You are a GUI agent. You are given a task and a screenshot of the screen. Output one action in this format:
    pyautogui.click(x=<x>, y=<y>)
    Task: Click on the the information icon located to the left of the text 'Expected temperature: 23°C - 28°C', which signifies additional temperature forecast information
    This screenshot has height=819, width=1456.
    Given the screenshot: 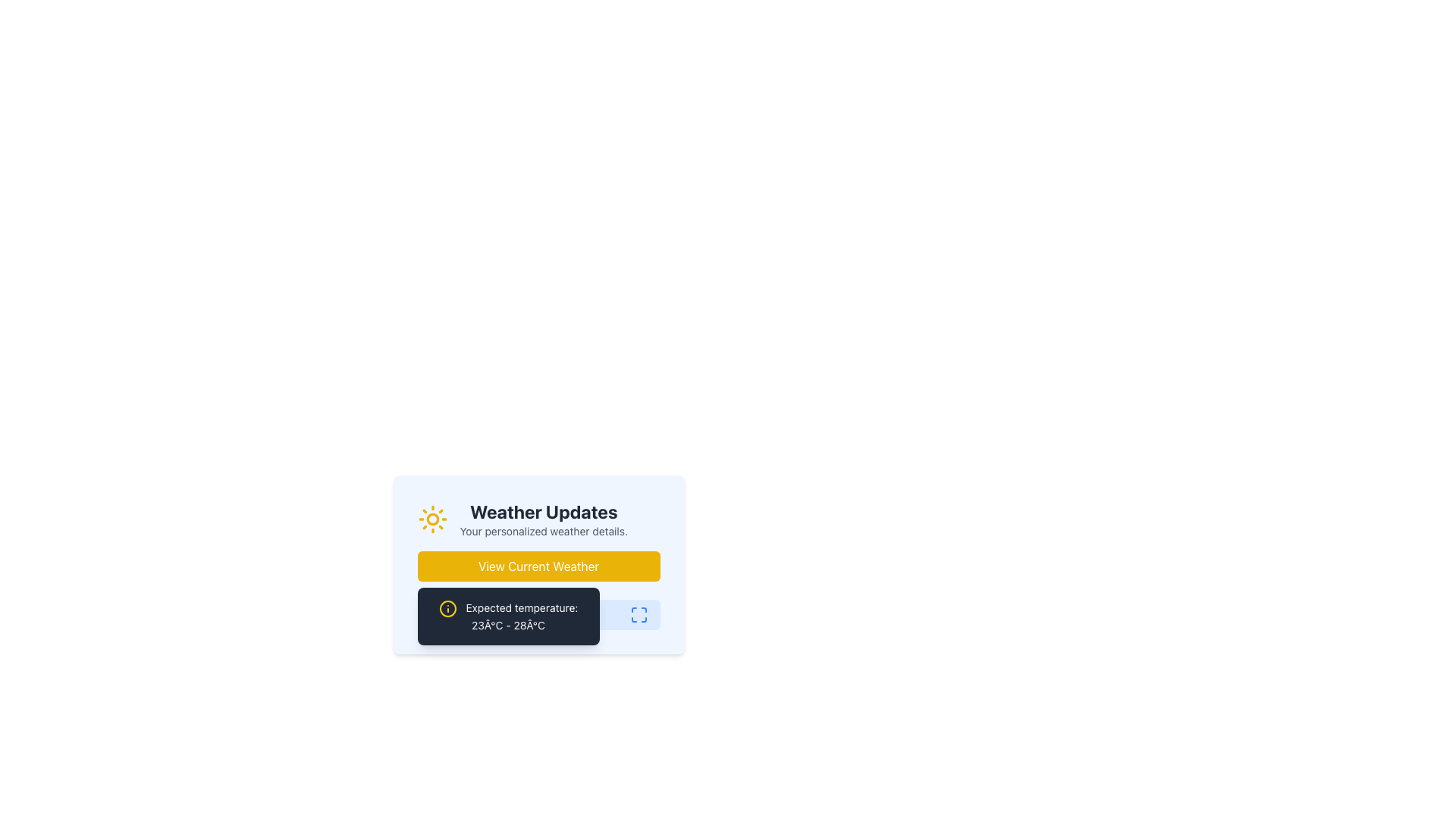 What is the action you would take?
    pyautogui.click(x=447, y=607)
    